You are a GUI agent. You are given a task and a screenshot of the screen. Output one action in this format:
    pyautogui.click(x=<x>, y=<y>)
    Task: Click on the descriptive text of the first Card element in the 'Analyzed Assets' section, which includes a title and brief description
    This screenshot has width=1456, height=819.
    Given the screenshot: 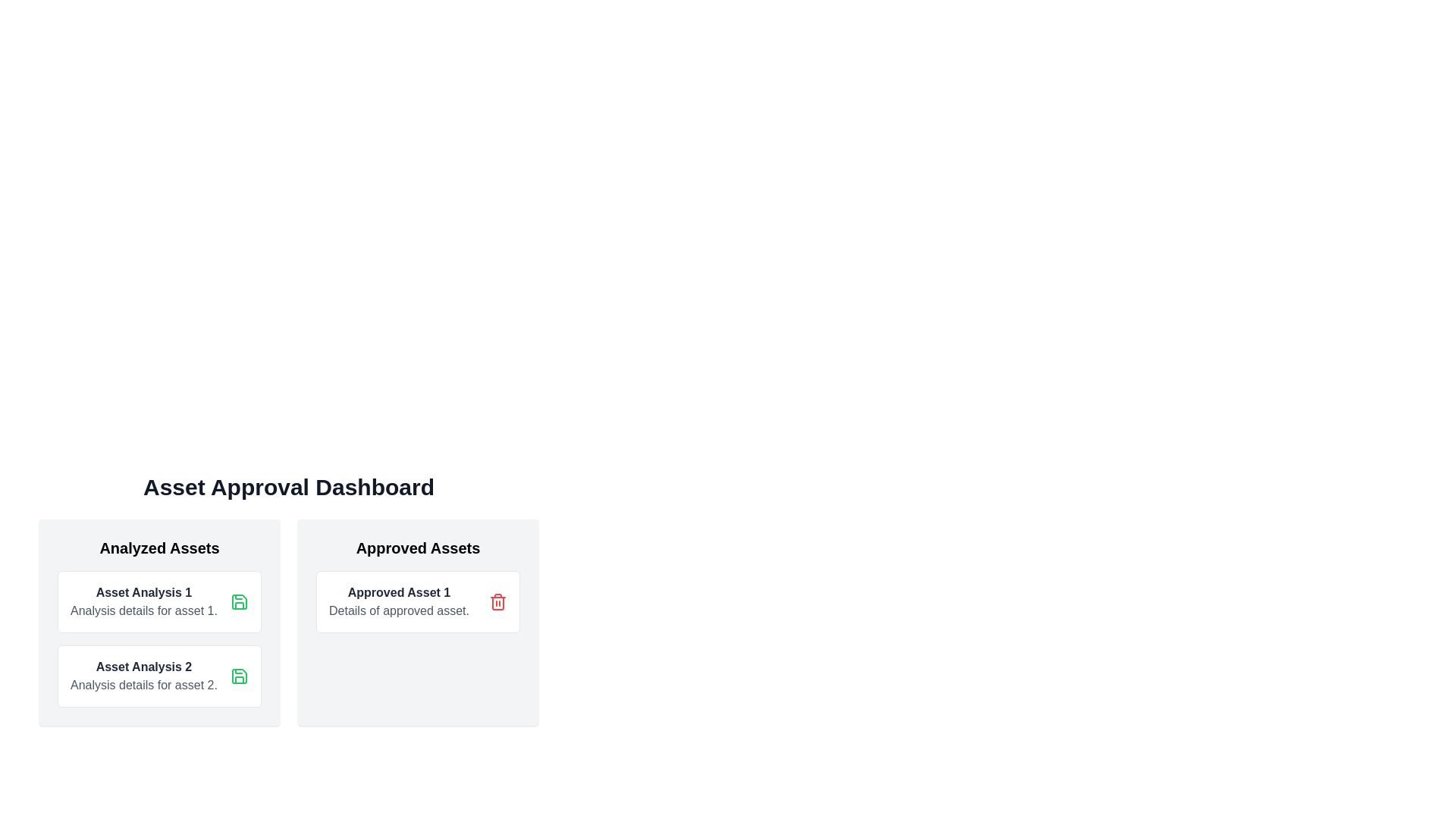 What is the action you would take?
    pyautogui.click(x=159, y=601)
    